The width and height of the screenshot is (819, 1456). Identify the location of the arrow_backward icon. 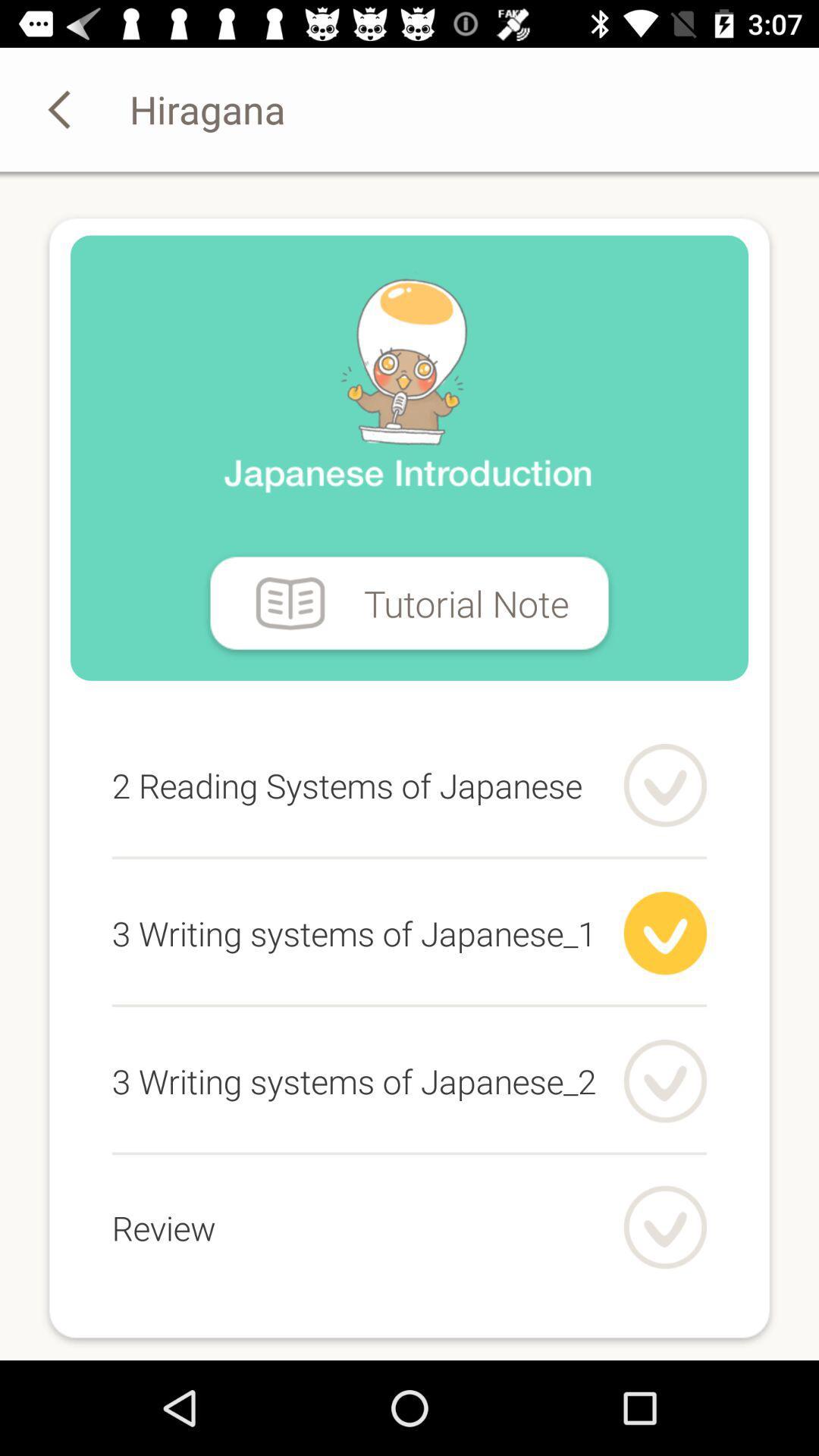
(61, 108).